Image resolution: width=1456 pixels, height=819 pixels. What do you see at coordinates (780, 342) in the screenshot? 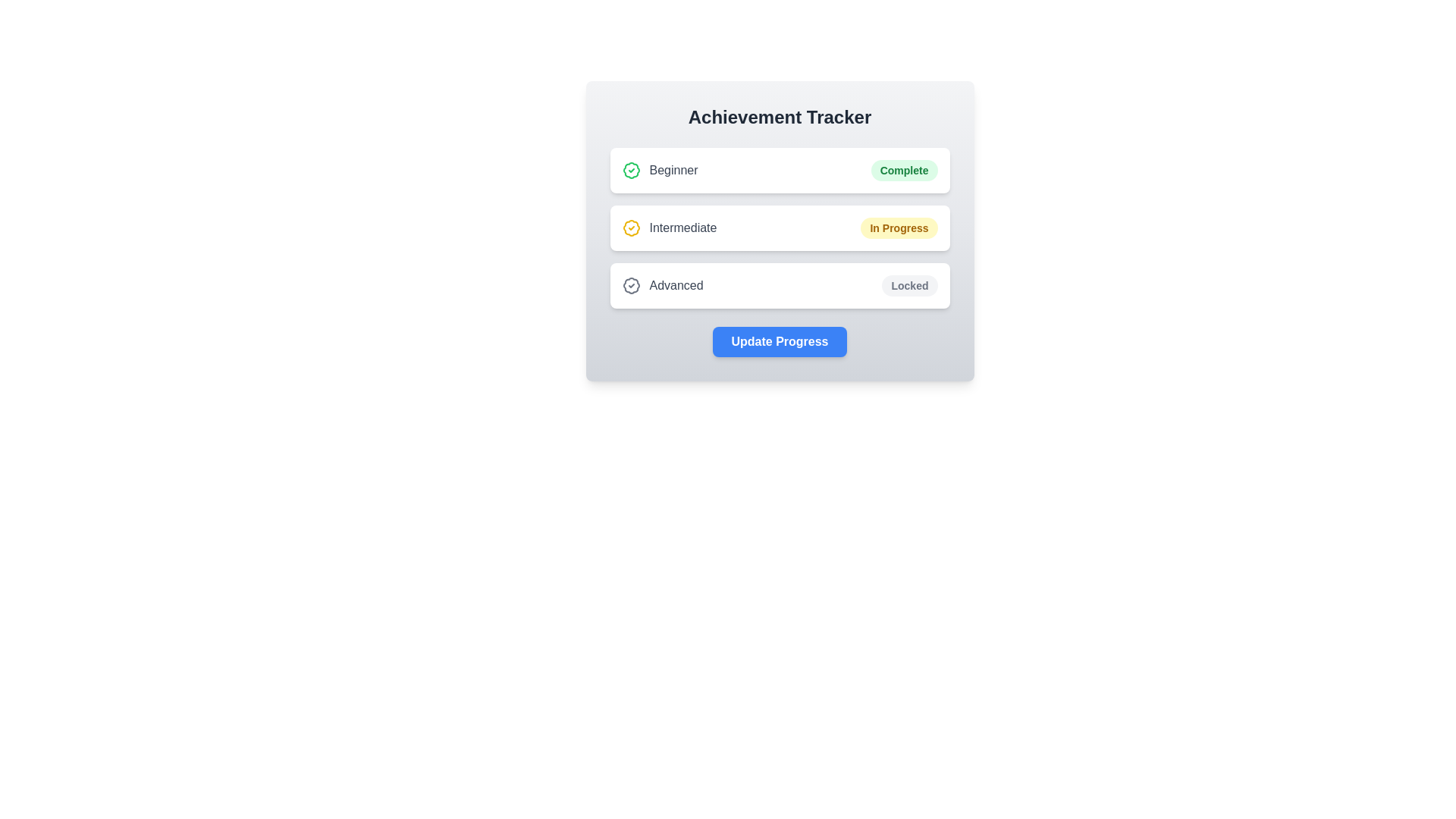
I see `the 'Update Progress' button with a solid blue background and white text to observe the animation effect` at bounding box center [780, 342].